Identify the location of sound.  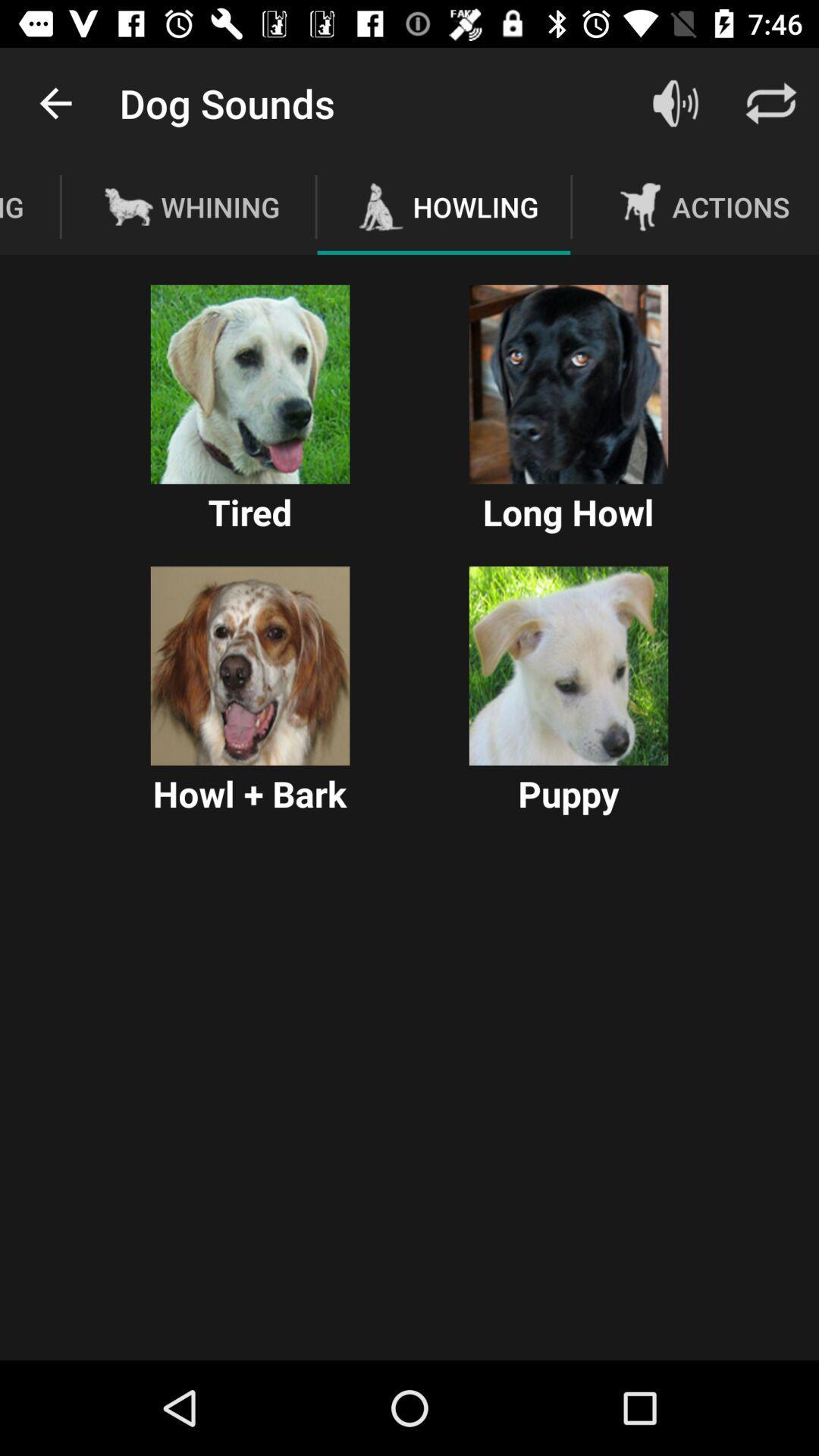
(568, 384).